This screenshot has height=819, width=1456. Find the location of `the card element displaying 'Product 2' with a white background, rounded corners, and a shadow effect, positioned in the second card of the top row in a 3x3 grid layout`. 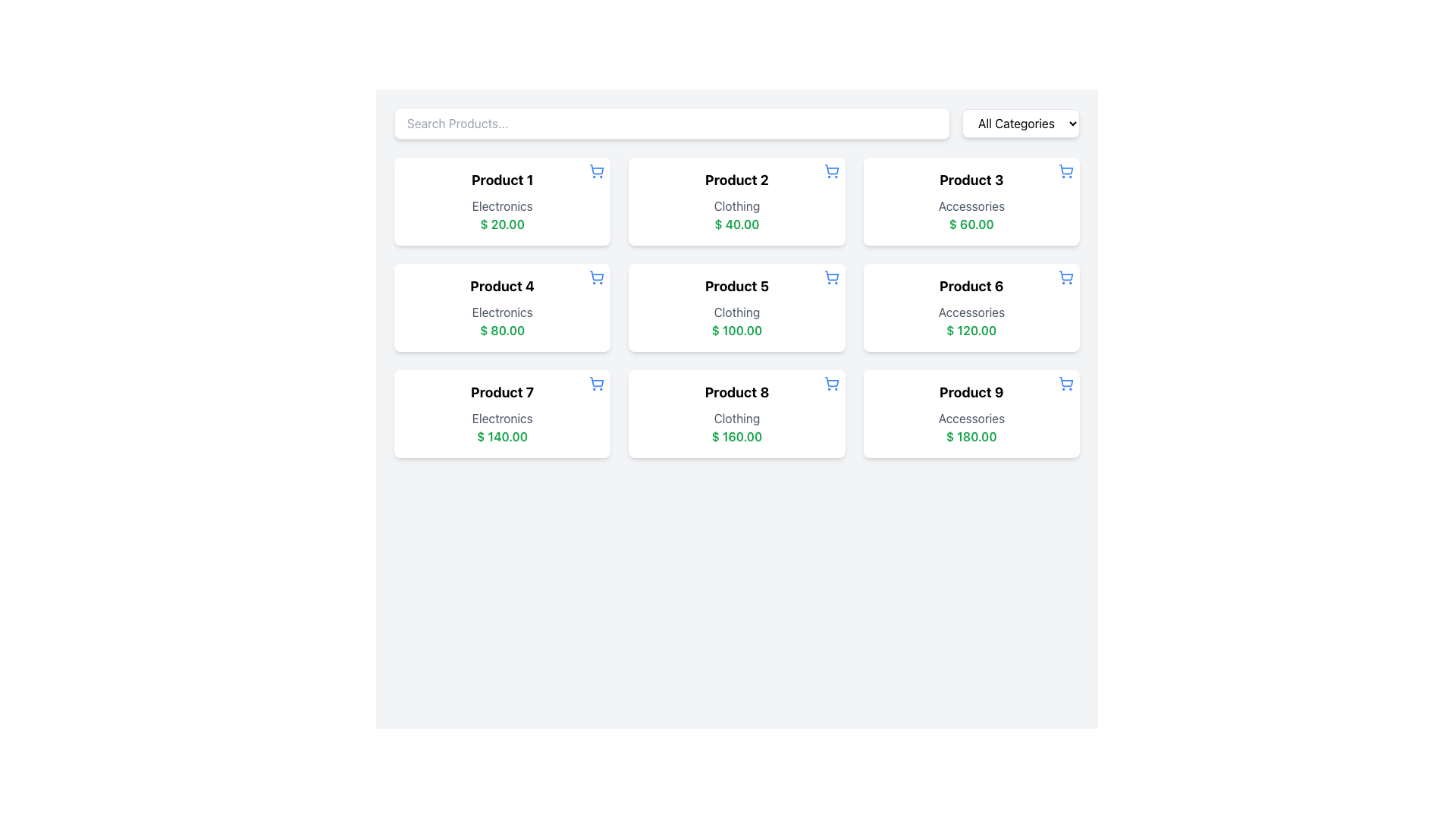

the card element displaying 'Product 2' with a white background, rounded corners, and a shadow effect, positioned in the second card of the top row in a 3x3 grid layout is located at coordinates (736, 201).